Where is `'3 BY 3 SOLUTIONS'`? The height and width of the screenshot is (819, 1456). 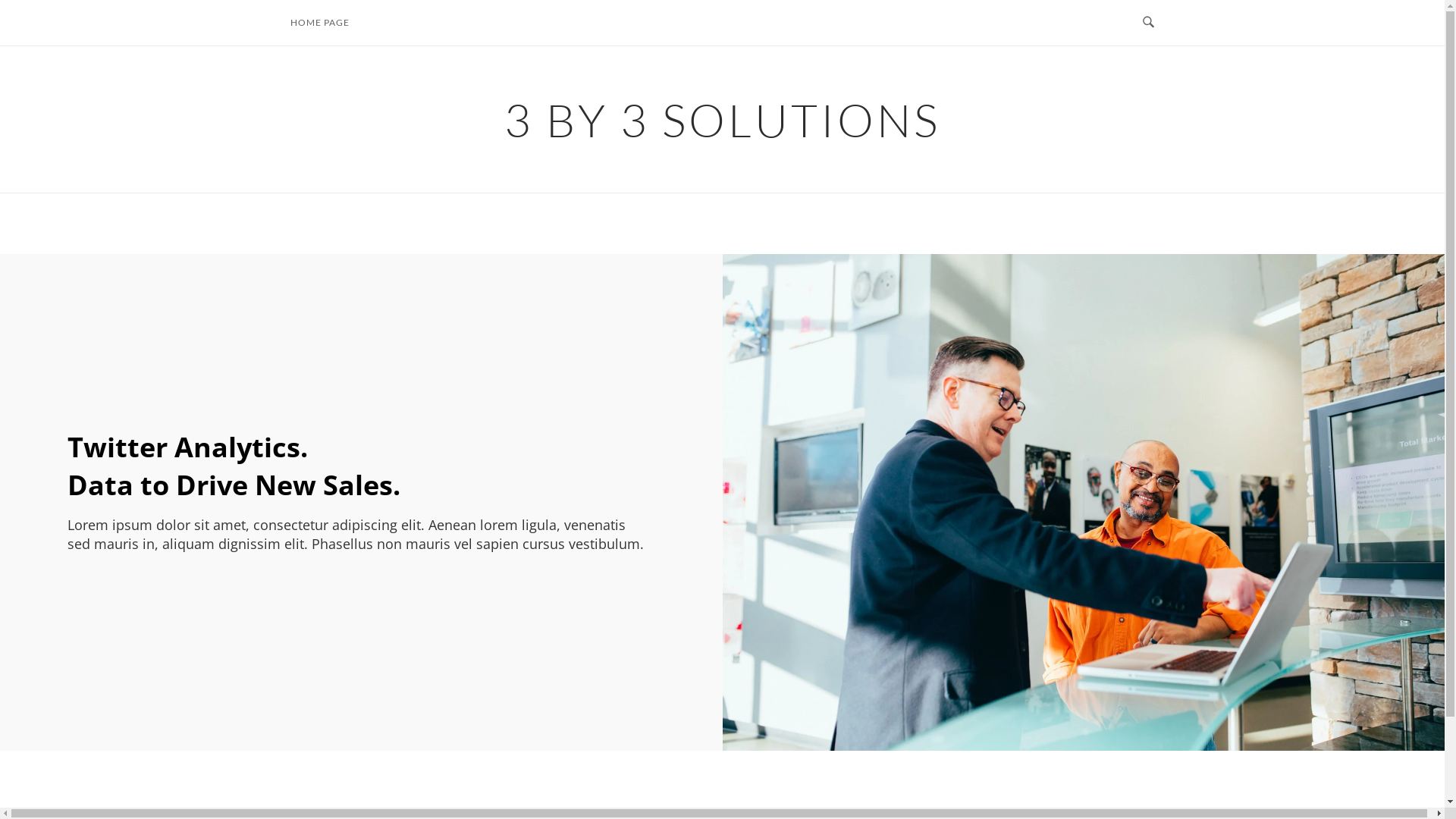
'3 BY 3 SOLUTIONS' is located at coordinates (721, 118).